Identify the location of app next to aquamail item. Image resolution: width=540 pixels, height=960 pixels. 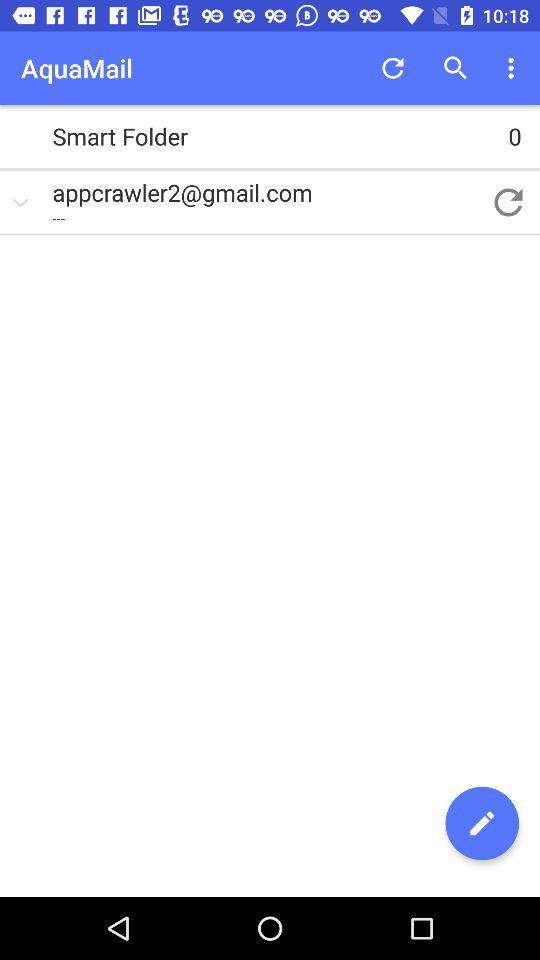
(393, 68).